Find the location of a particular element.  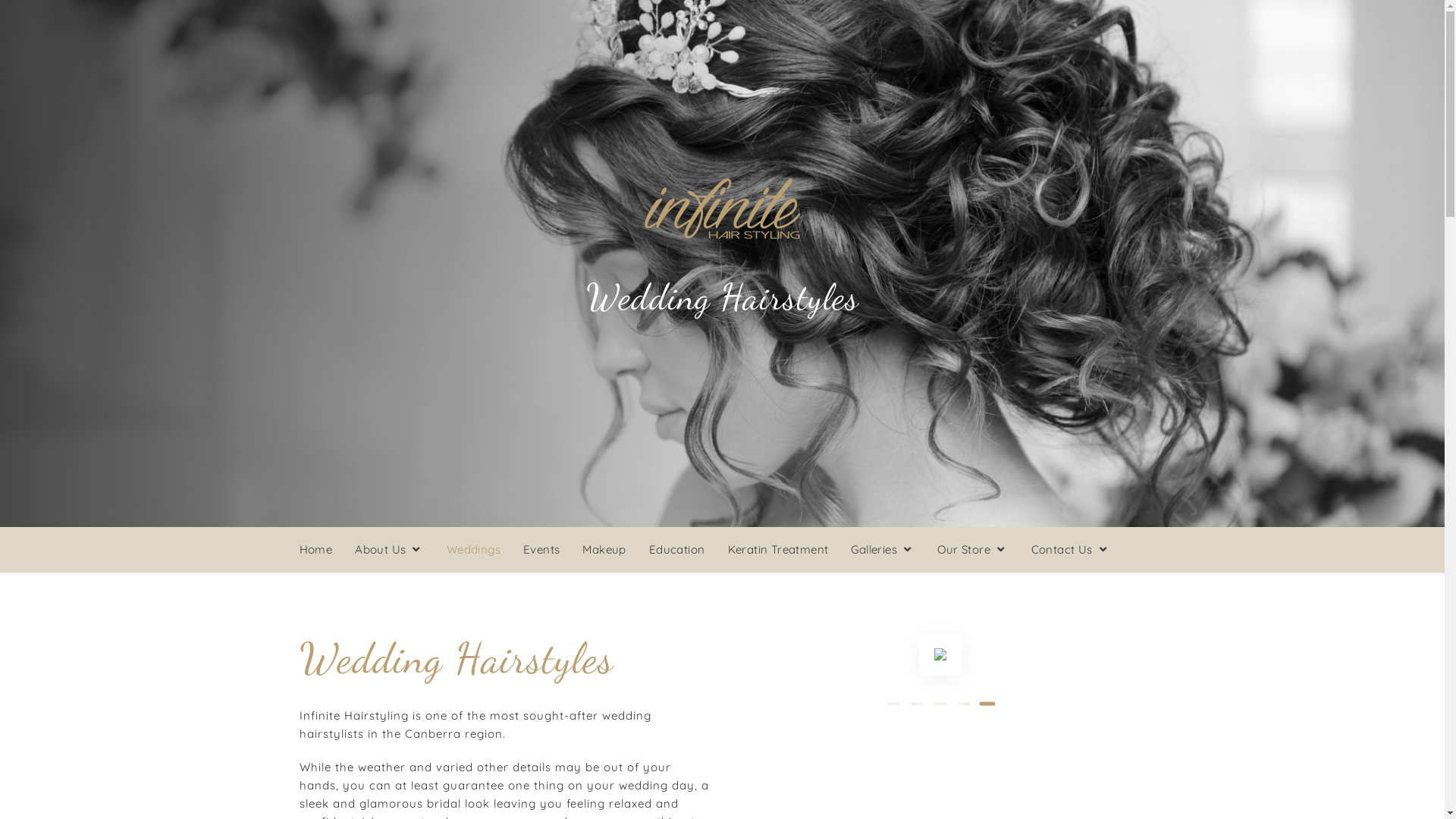

'Education' is located at coordinates (637, 549).